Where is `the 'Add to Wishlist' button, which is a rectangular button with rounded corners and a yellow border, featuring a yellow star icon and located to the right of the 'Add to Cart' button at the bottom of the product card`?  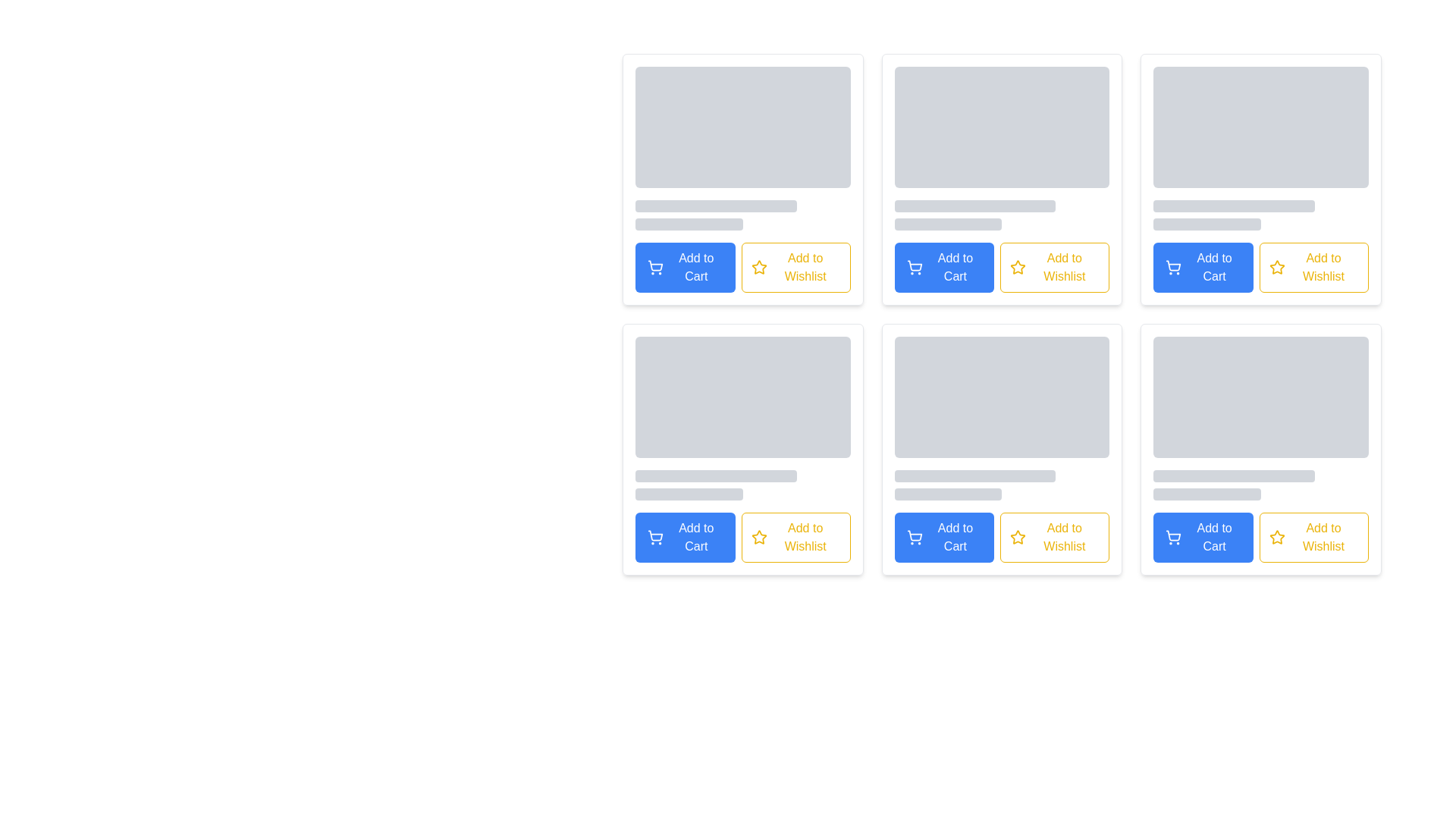 the 'Add to Wishlist' button, which is a rectangular button with rounded corners and a yellow border, featuring a yellow star icon and located to the right of the 'Add to Cart' button at the bottom of the product card is located at coordinates (1054, 267).